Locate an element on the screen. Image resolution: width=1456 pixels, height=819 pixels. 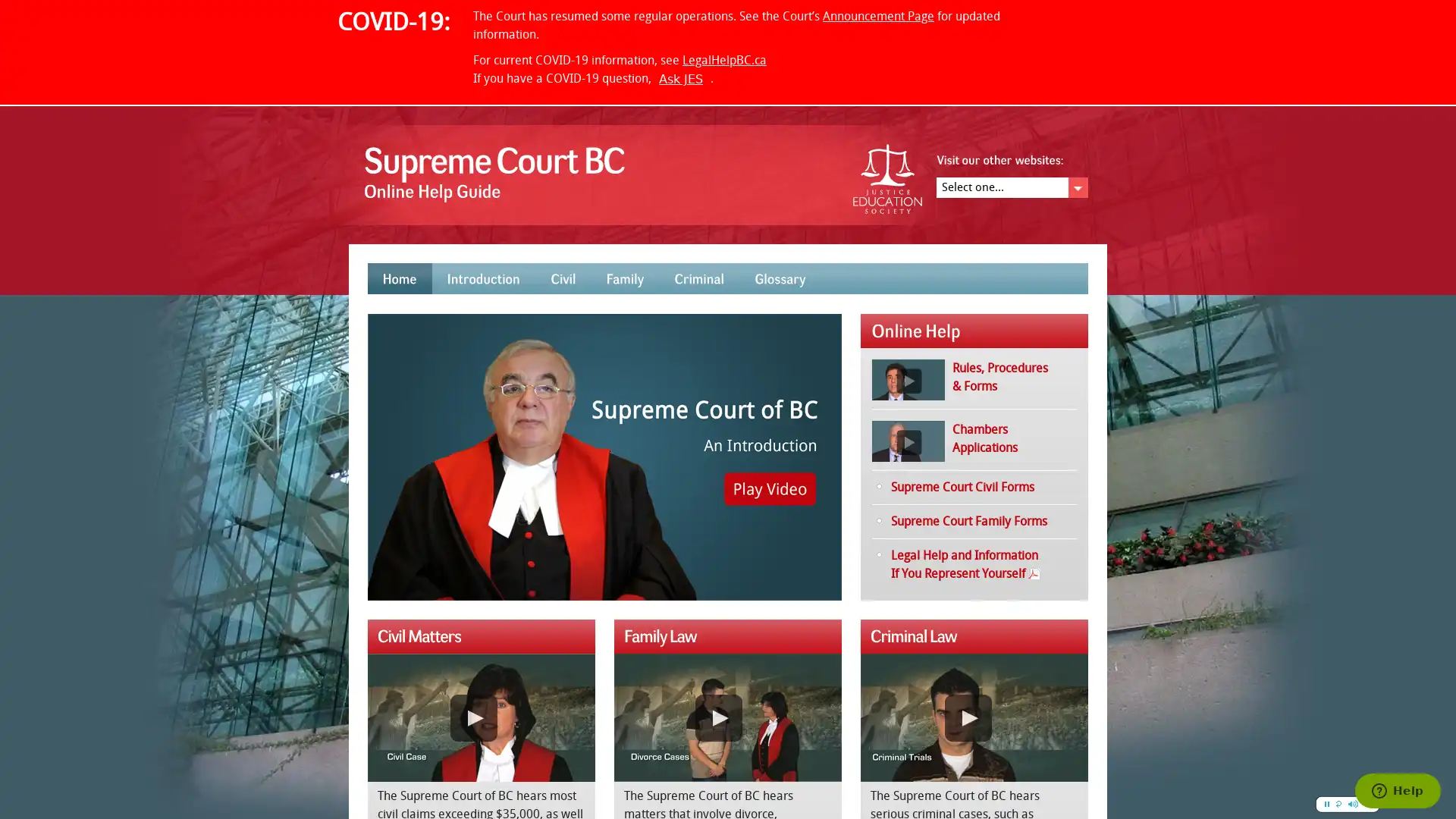
Ask JES is located at coordinates (679, 79).